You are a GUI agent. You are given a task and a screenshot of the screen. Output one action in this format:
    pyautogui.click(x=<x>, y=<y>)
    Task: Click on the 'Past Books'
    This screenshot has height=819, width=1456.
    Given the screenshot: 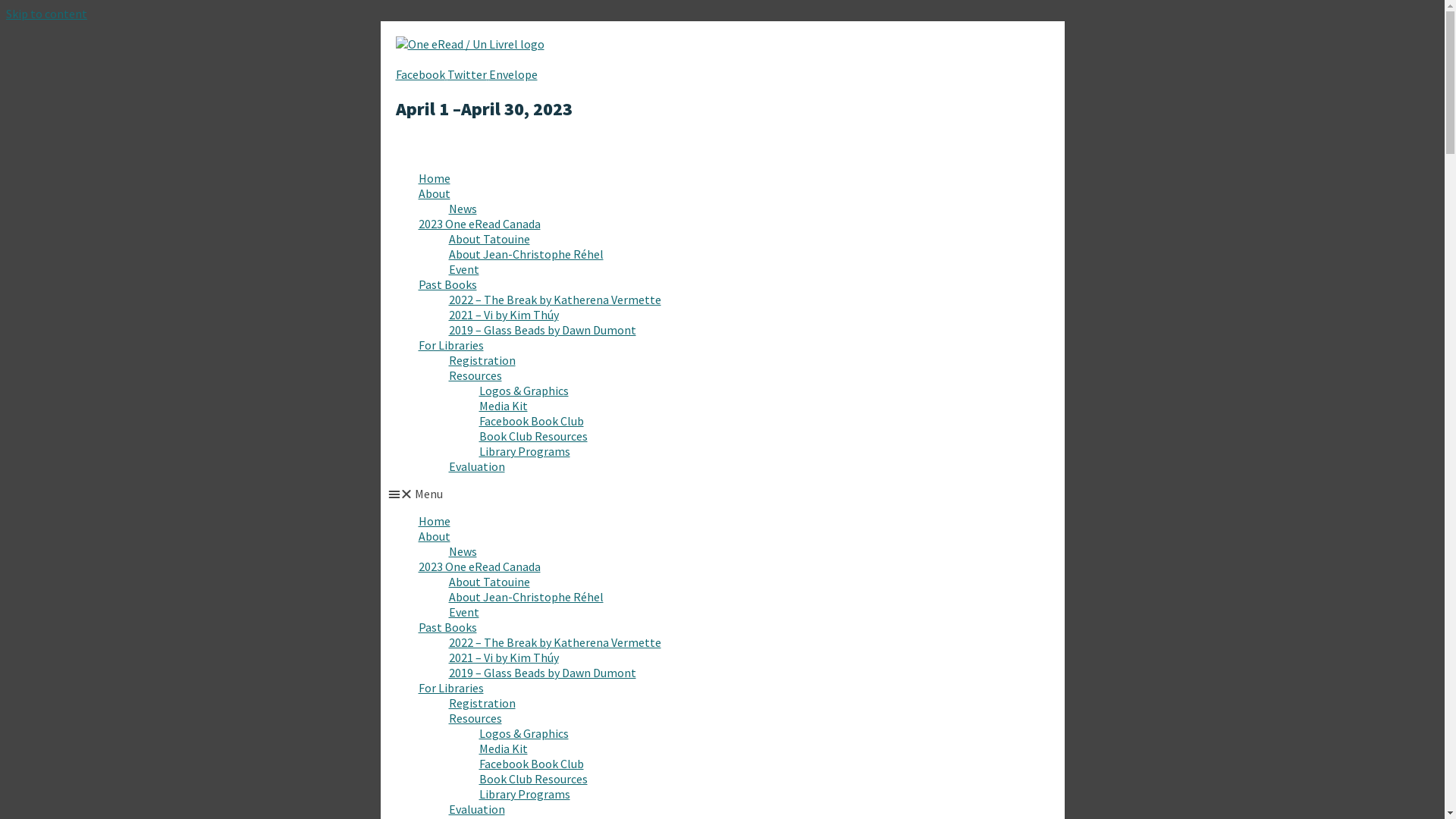 What is the action you would take?
    pyautogui.click(x=447, y=626)
    